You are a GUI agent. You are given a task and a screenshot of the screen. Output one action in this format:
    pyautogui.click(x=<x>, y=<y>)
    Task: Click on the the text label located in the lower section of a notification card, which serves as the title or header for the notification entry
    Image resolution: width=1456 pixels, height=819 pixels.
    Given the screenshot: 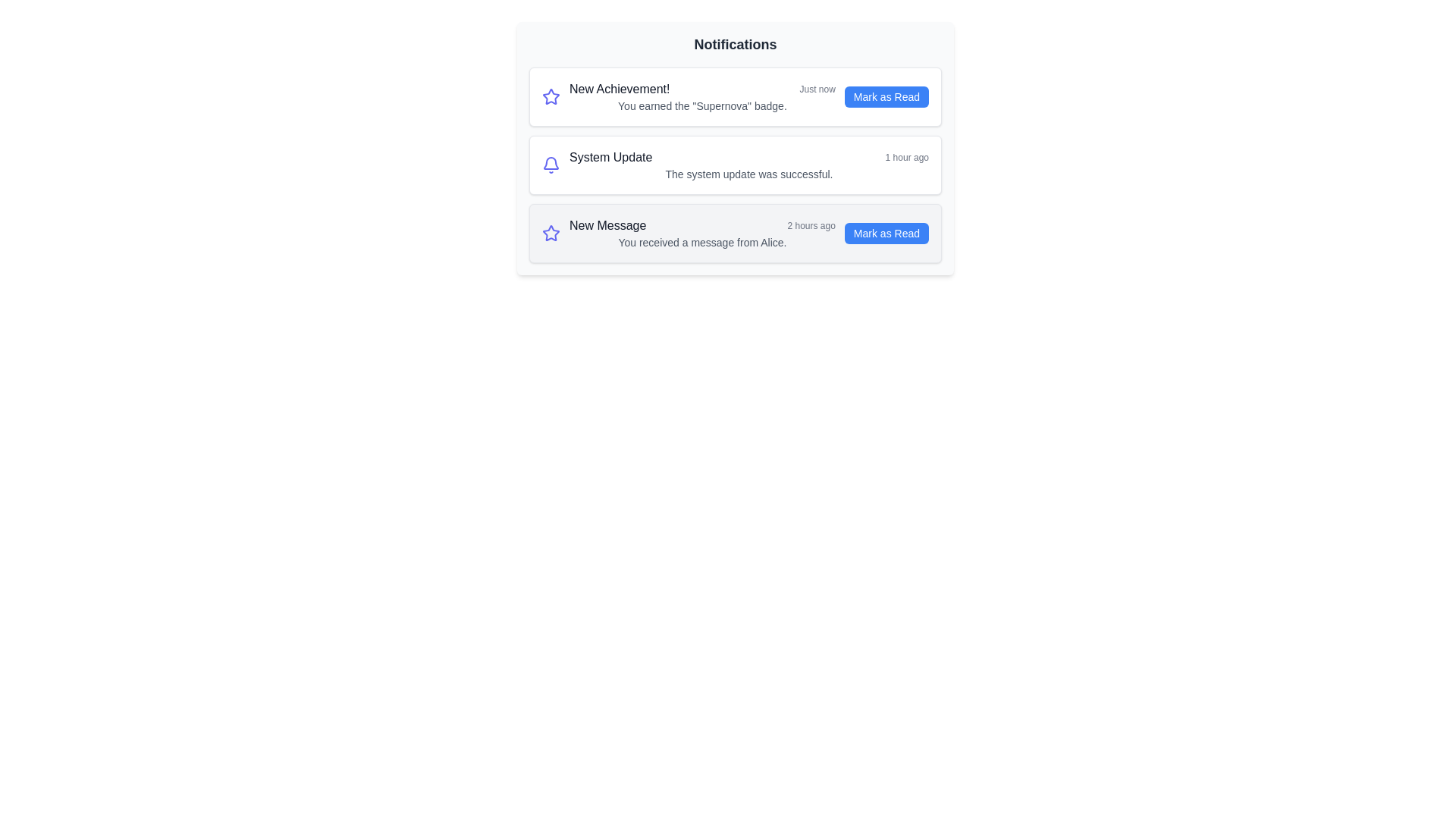 What is the action you would take?
    pyautogui.click(x=607, y=225)
    